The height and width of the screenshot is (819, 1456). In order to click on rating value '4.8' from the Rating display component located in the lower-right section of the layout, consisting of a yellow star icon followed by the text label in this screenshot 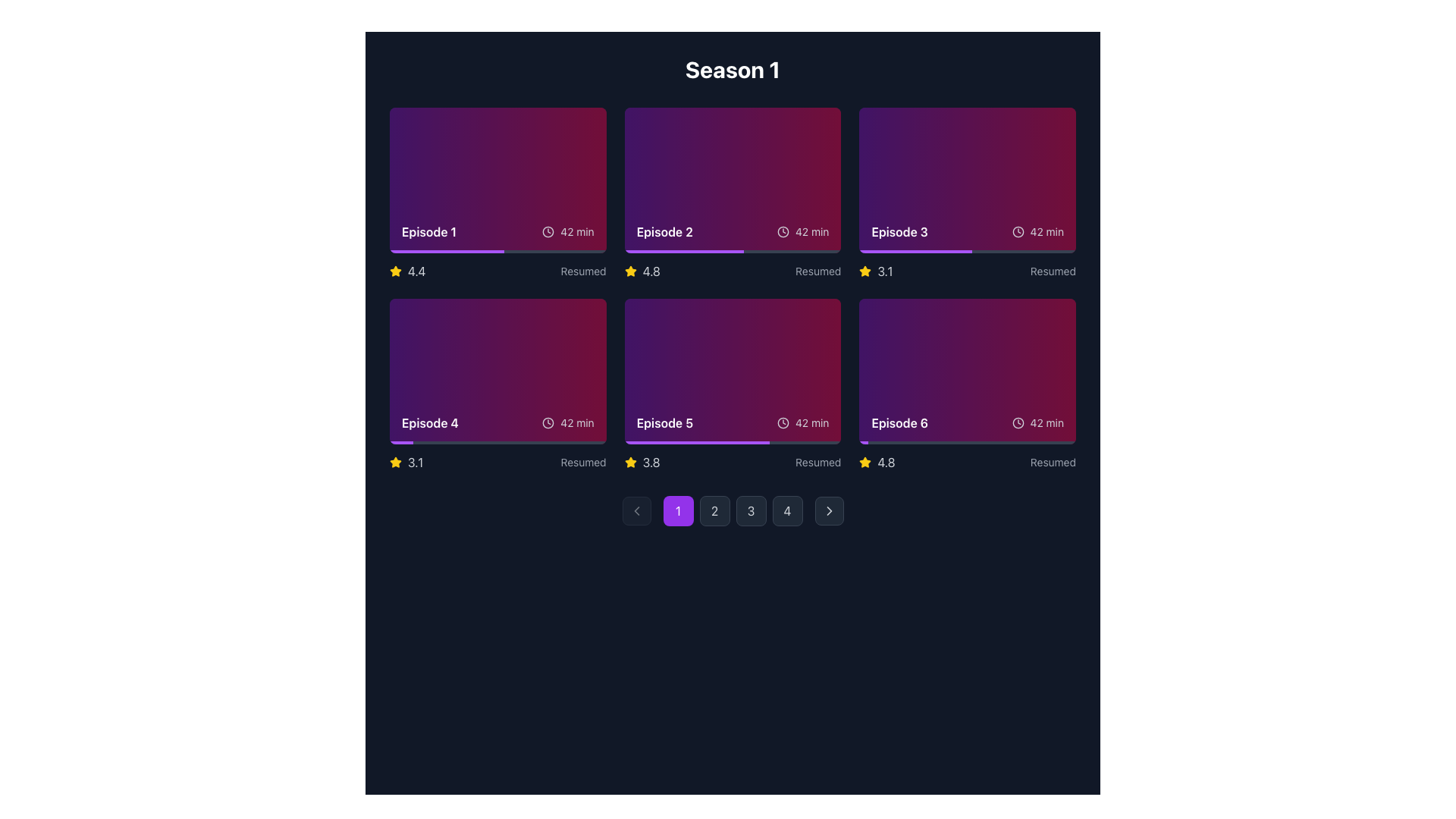, I will do `click(877, 461)`.